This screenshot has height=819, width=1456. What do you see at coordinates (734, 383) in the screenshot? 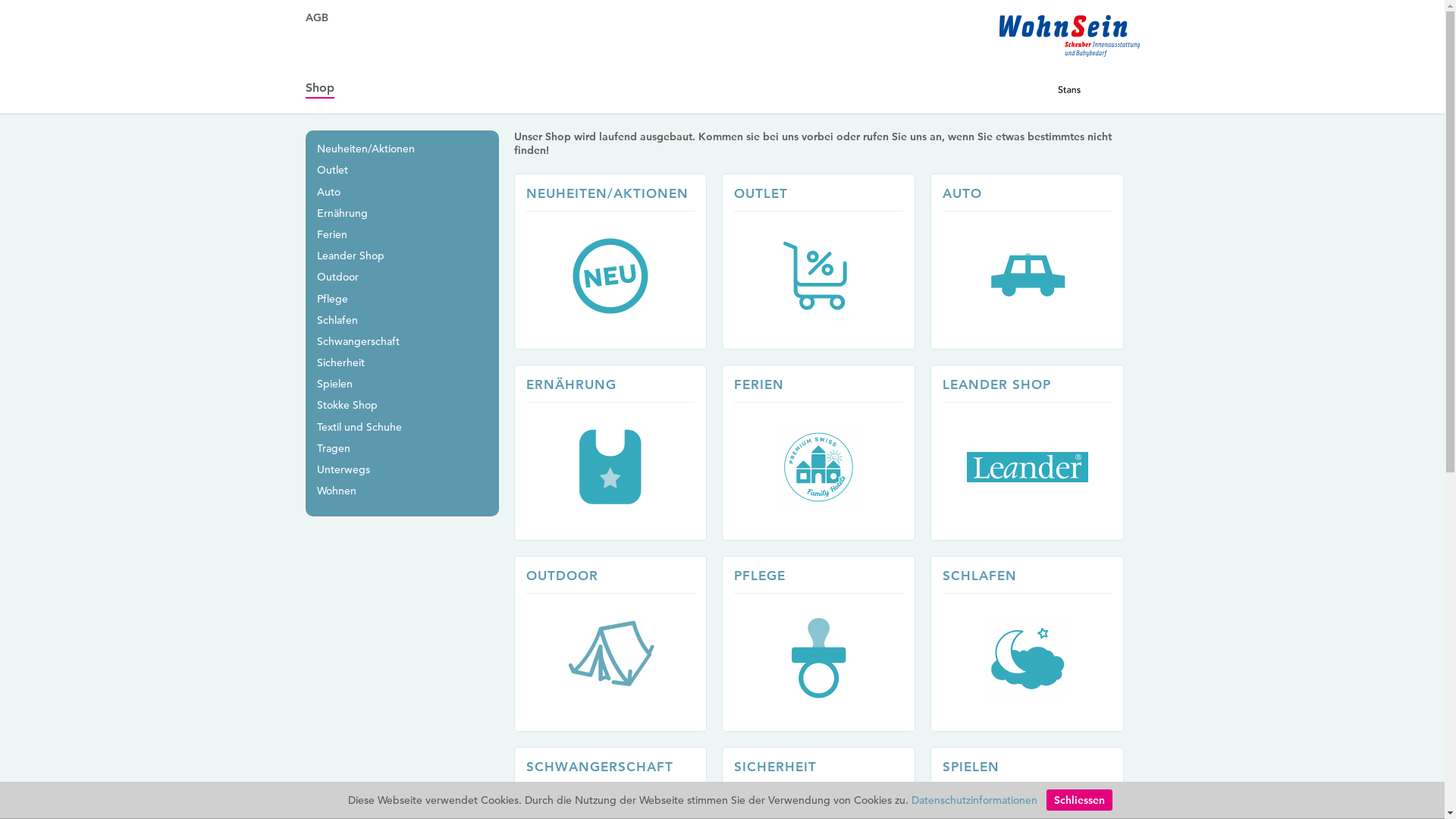
I see `'FERIEN'` at bounding box center [734, 383].